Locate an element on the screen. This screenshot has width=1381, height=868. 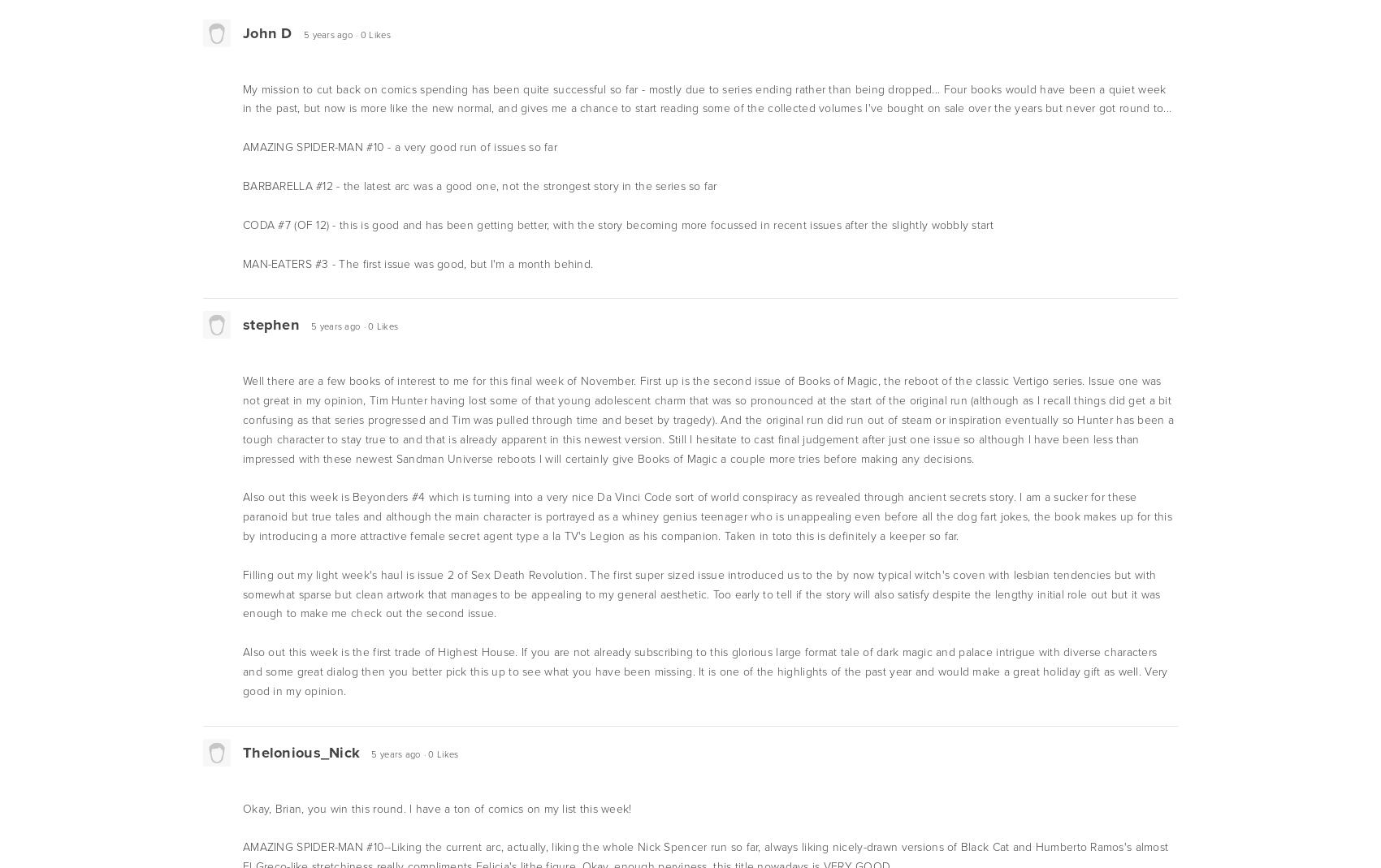
'AMAZING SPIDER-MAN #10 - a very good run of issues so far' is located at coordinates (399, 147).